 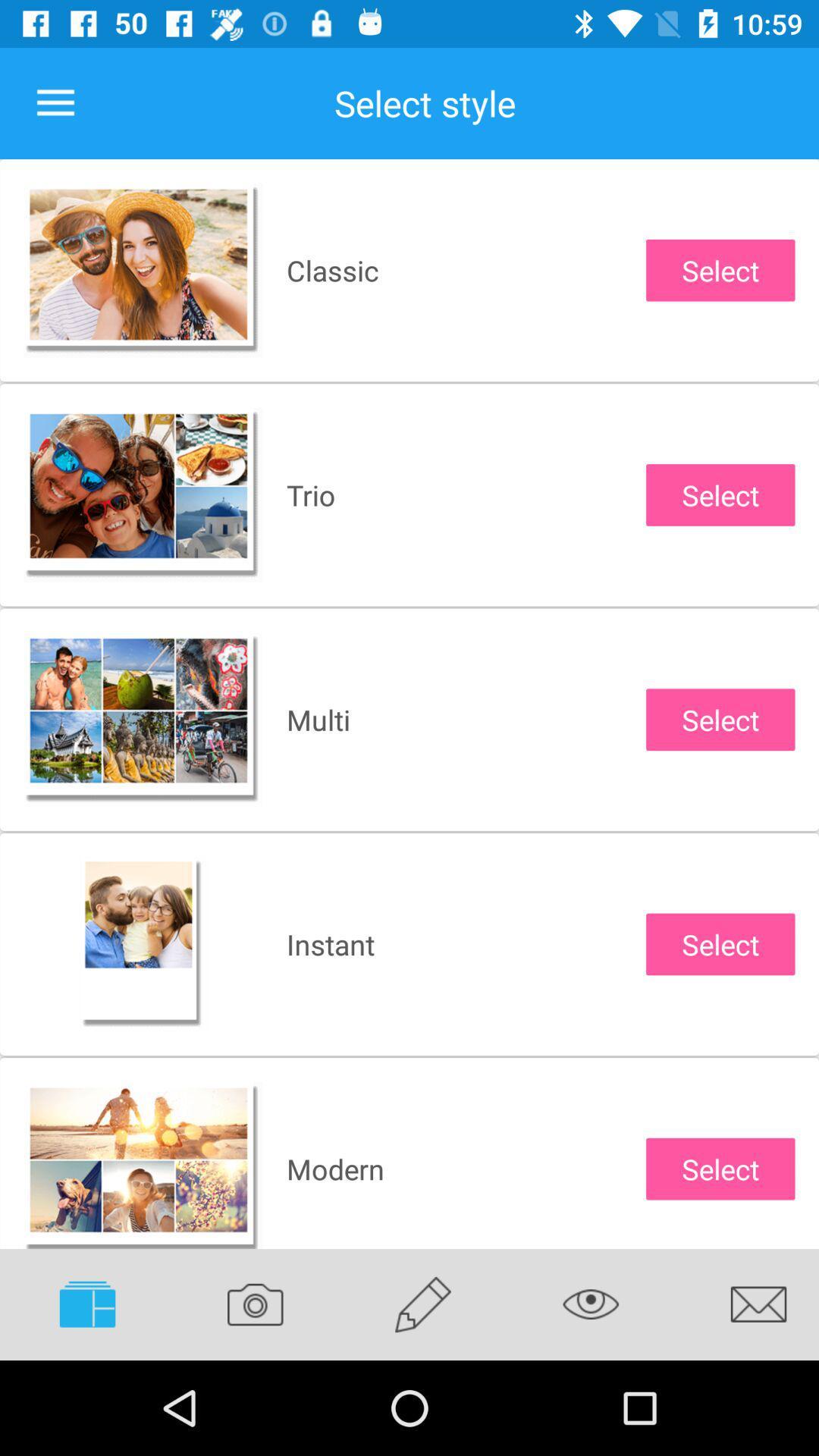 What do you see at coordinates (423, 1304) in the screenshot?
I see `icon below modern` at bounding box center [423, 1304].